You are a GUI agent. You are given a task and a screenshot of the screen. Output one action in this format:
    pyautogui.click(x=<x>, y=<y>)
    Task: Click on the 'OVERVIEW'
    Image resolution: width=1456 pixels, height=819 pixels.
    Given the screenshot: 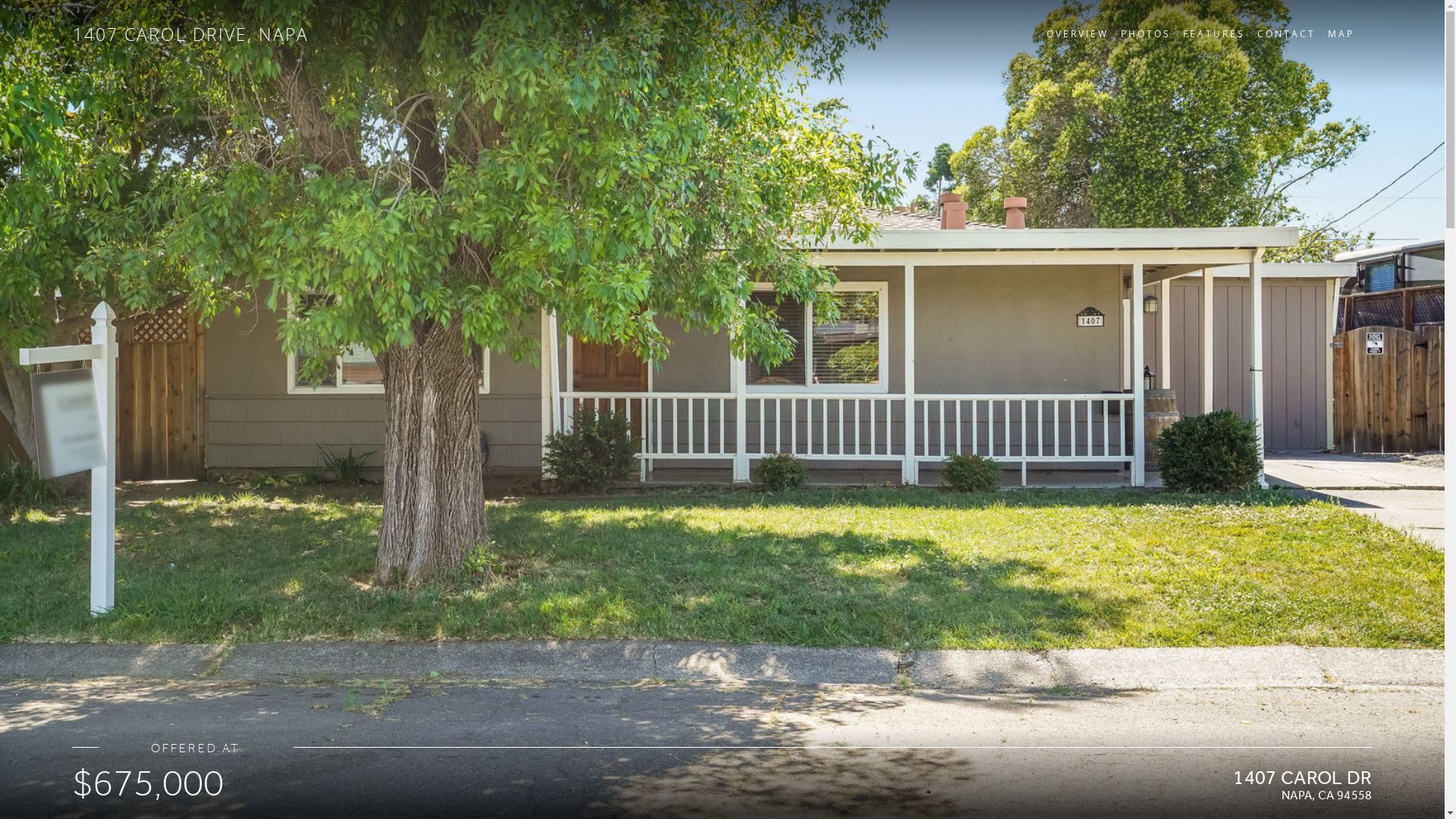 What is the action you would take?
    pyautogui.click(x=1076, y=33)
    